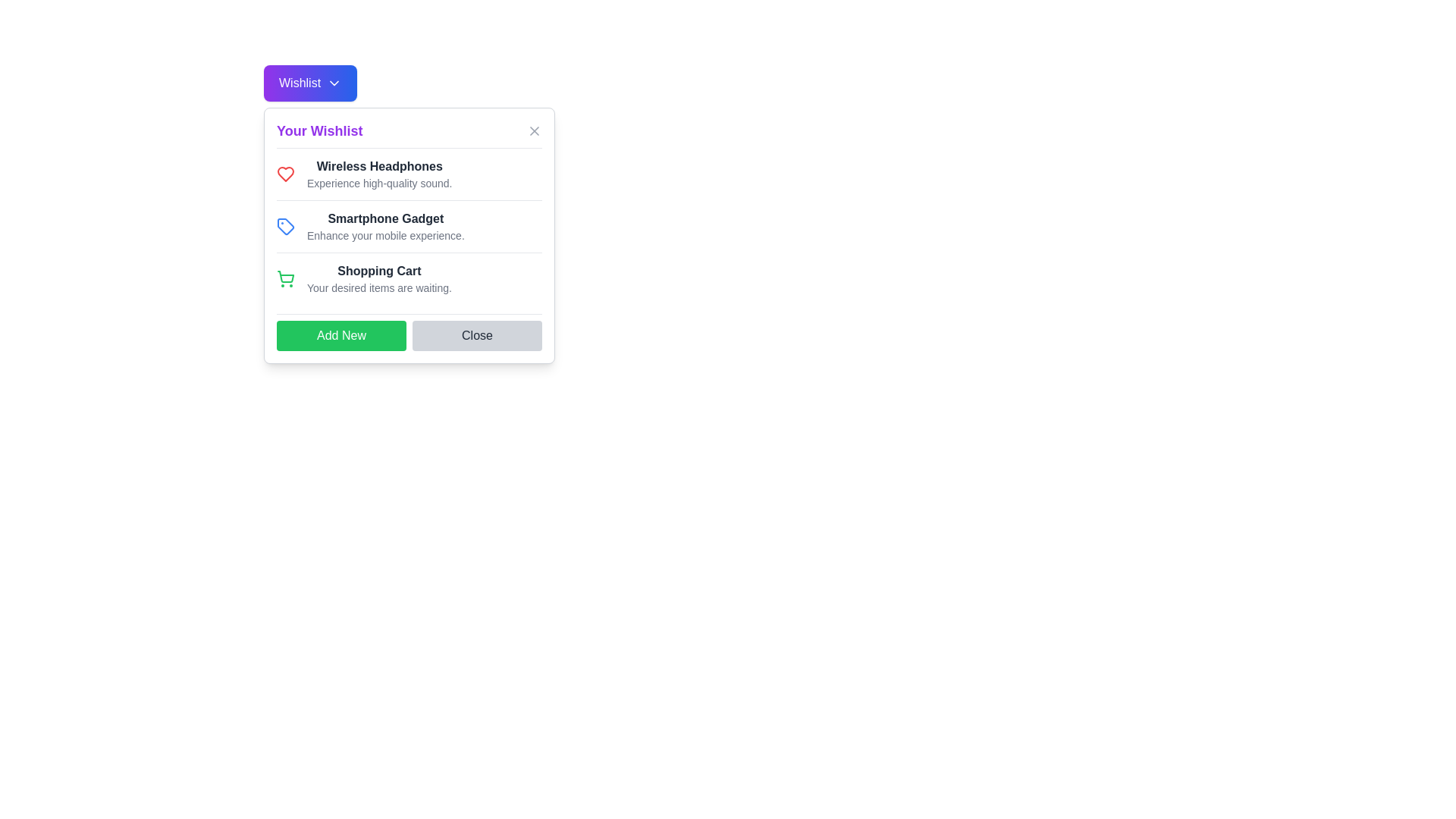 The width and height of the screenshot is (1456, 819). What do you see at coordinates (379, 288) in the screenshot?
I see `contents of the descriptive text label that reads 'Your desired items are waiting.' located below the 'Shopping Cart' header in the 'Your Wishlist' popup` at bounding box center [379, 288].